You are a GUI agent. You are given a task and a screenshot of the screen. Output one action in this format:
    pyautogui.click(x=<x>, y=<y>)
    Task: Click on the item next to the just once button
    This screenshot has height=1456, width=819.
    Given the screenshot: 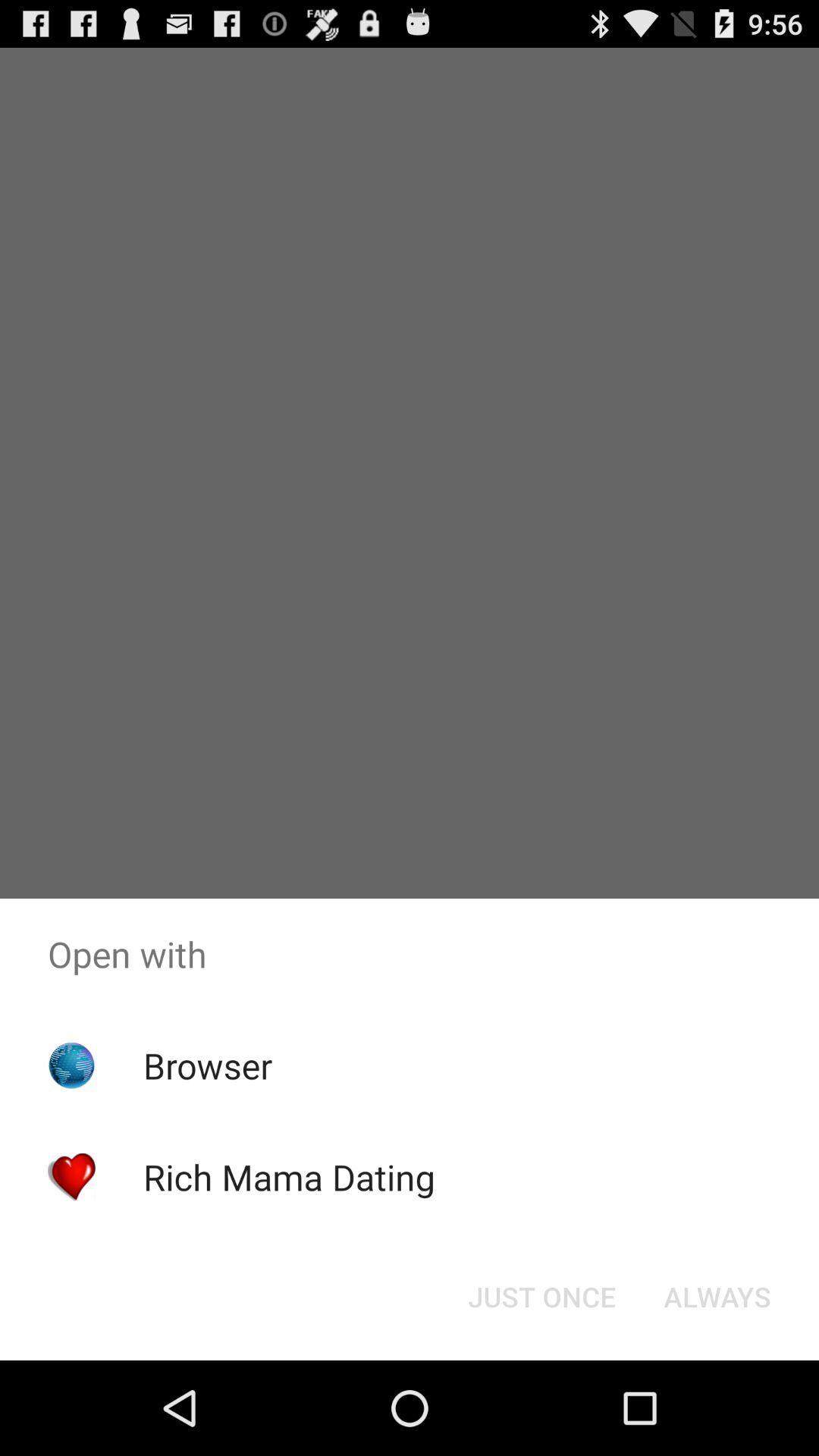 What is the action you would take?
    pyautogui.click(x=717, y=1295)
    